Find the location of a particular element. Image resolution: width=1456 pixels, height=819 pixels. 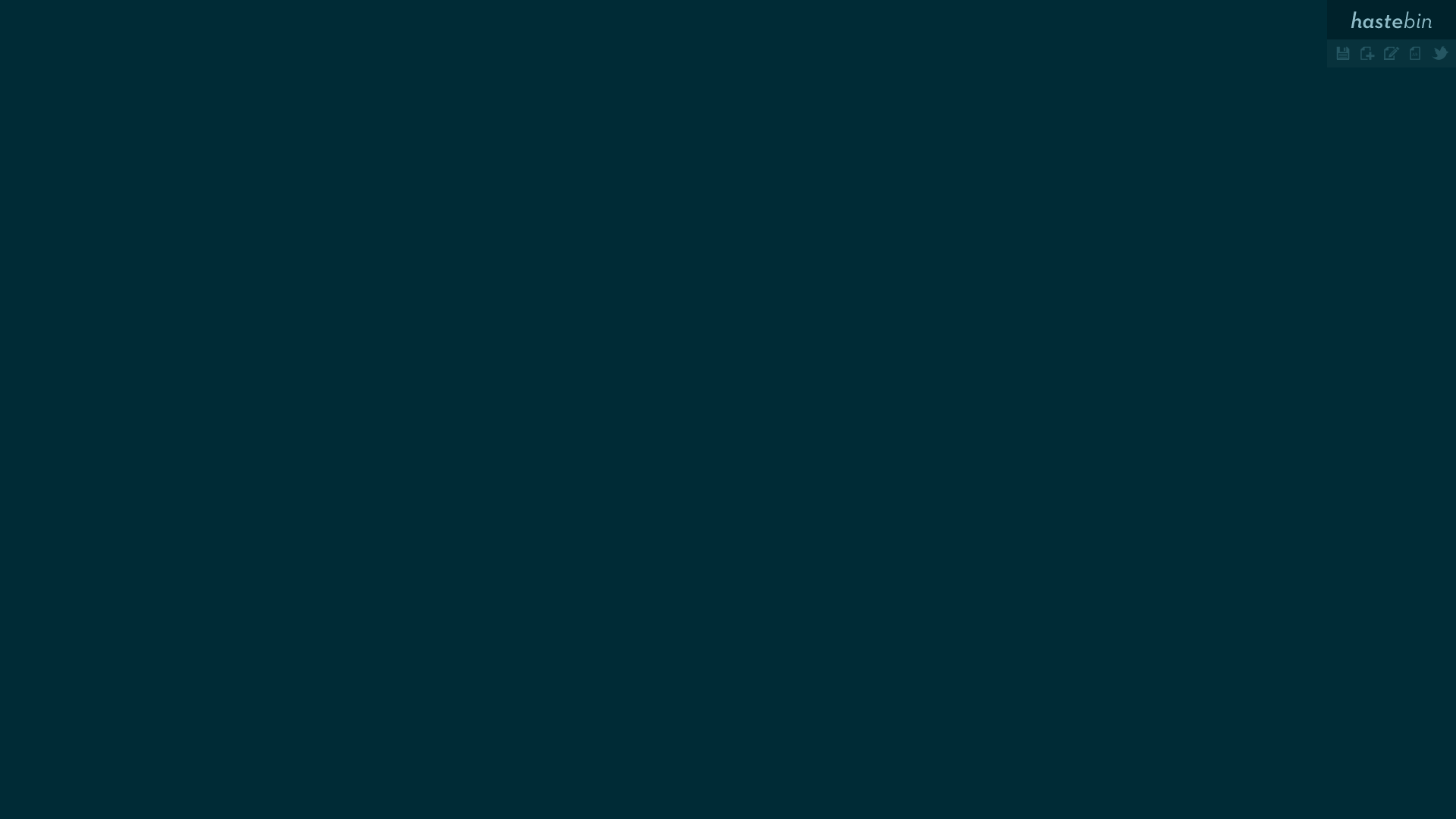

'Save' is located at coordinates (1343, 52).